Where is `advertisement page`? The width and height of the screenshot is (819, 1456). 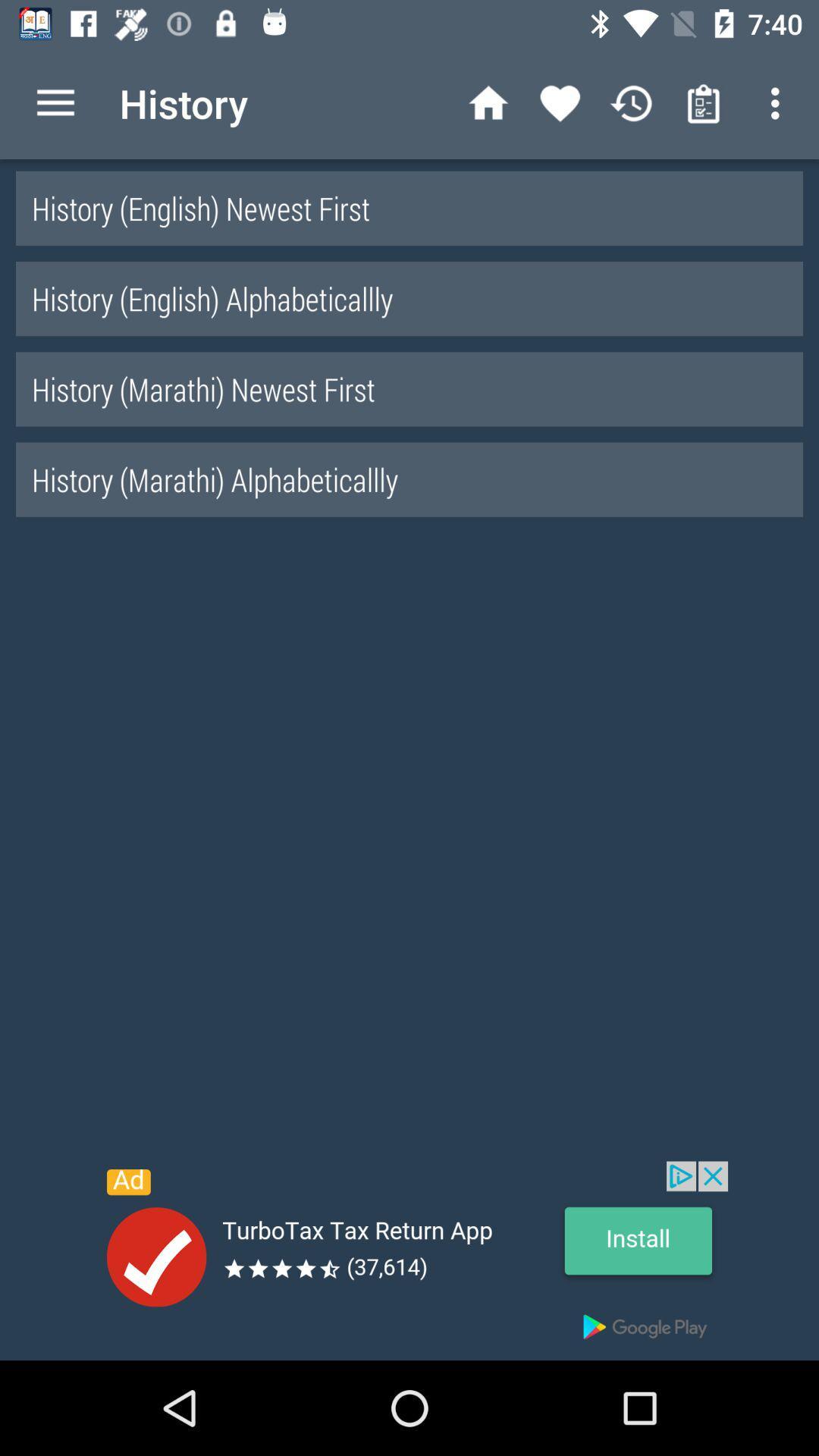 advertisement page is located at coordinates (409, 1260).